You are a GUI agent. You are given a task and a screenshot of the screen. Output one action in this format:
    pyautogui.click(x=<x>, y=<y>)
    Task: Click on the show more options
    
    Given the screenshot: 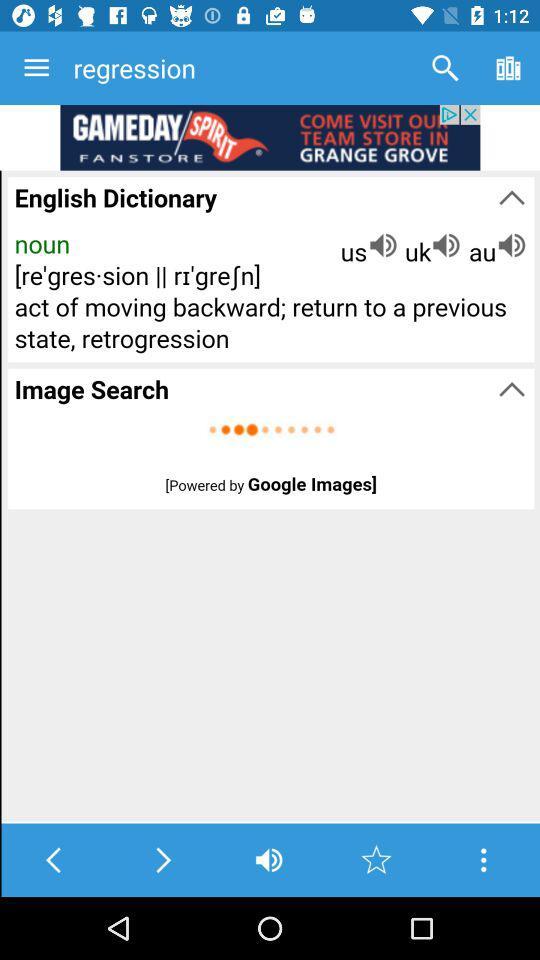 What is the action you would take?
    pyautogui.click(x=482, y=859)
    